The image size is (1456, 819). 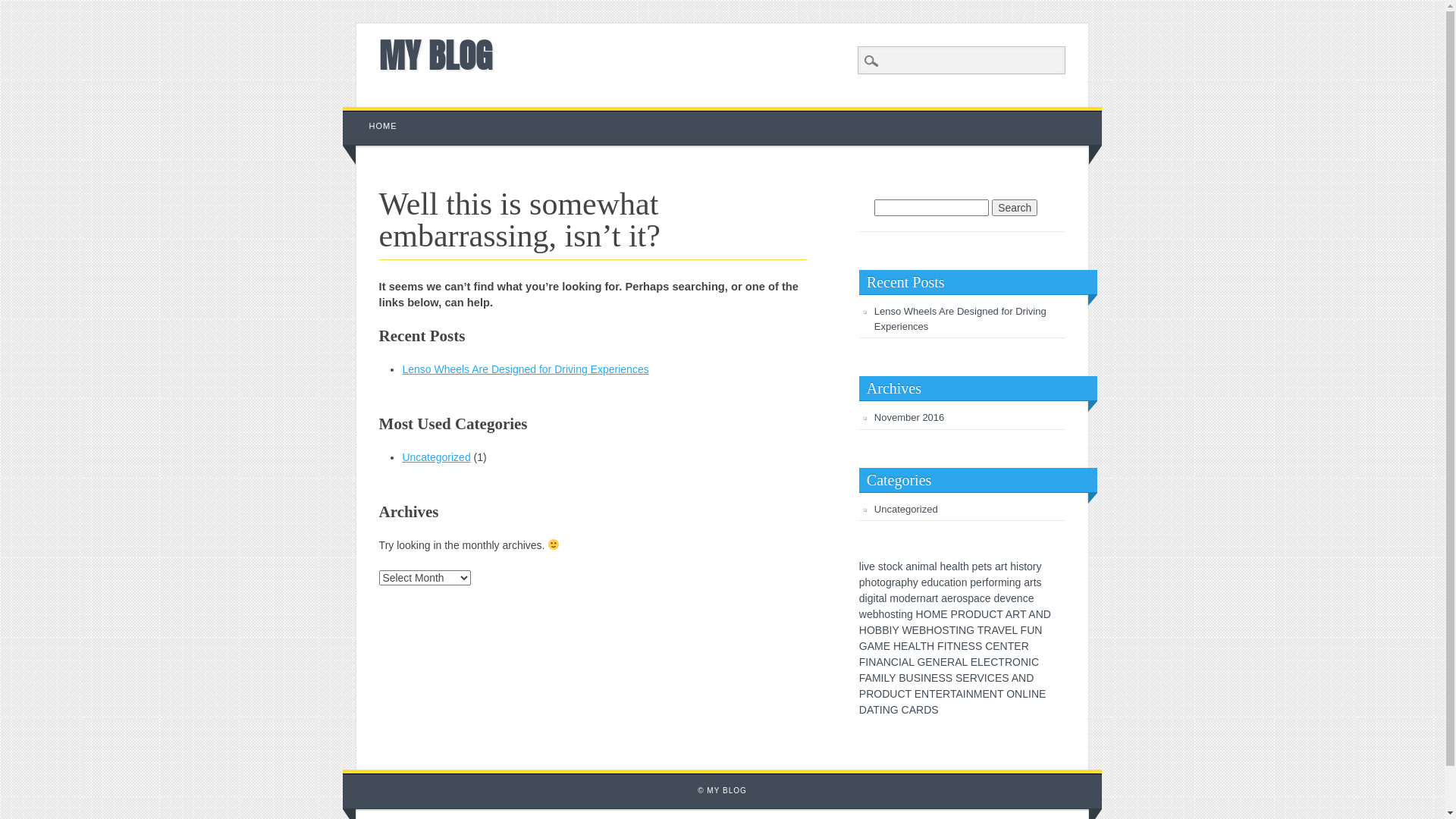 What do you see at coordinates (983, 629) in the screenshot?
I see `'R'` at bounding box center [983, 629].